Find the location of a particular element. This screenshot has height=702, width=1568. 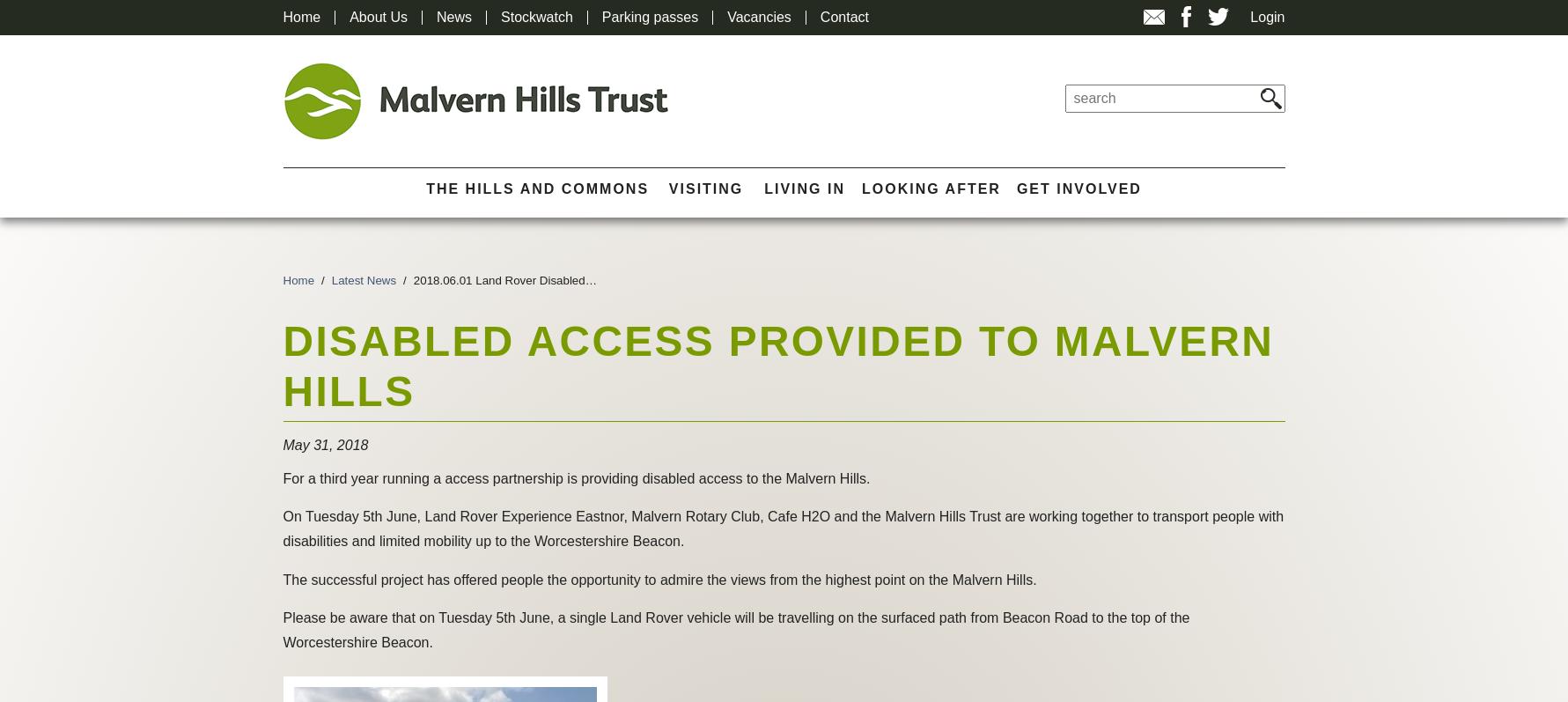

'Home' is located at coordinates (281, 16).